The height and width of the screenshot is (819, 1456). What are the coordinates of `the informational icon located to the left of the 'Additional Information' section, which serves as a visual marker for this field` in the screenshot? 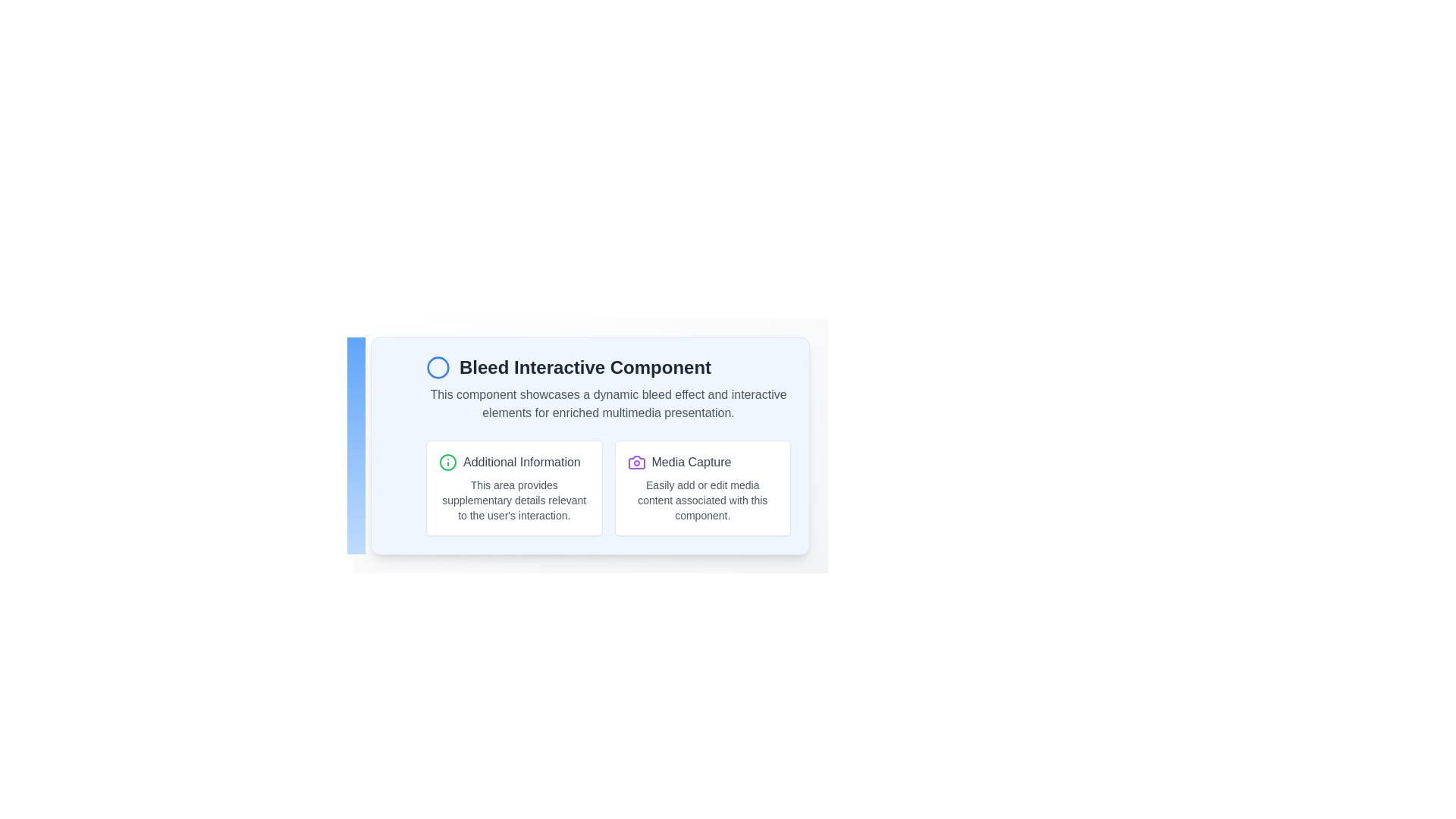 It's located at (447, 461).